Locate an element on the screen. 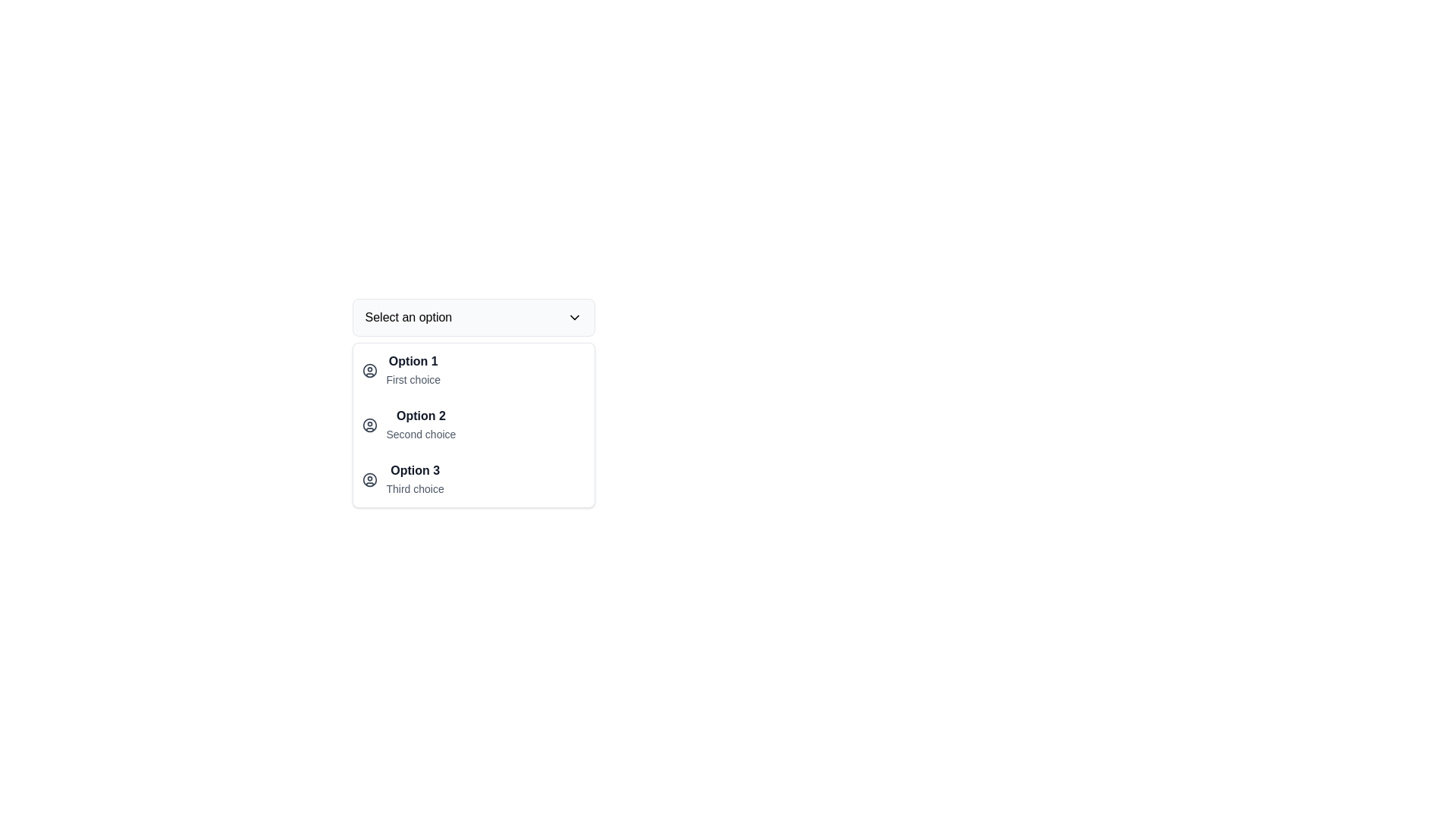  the small downward-facing chevron arrow icon located at the right end of the 'Select an option' bar is located at coordinates (573, 317).